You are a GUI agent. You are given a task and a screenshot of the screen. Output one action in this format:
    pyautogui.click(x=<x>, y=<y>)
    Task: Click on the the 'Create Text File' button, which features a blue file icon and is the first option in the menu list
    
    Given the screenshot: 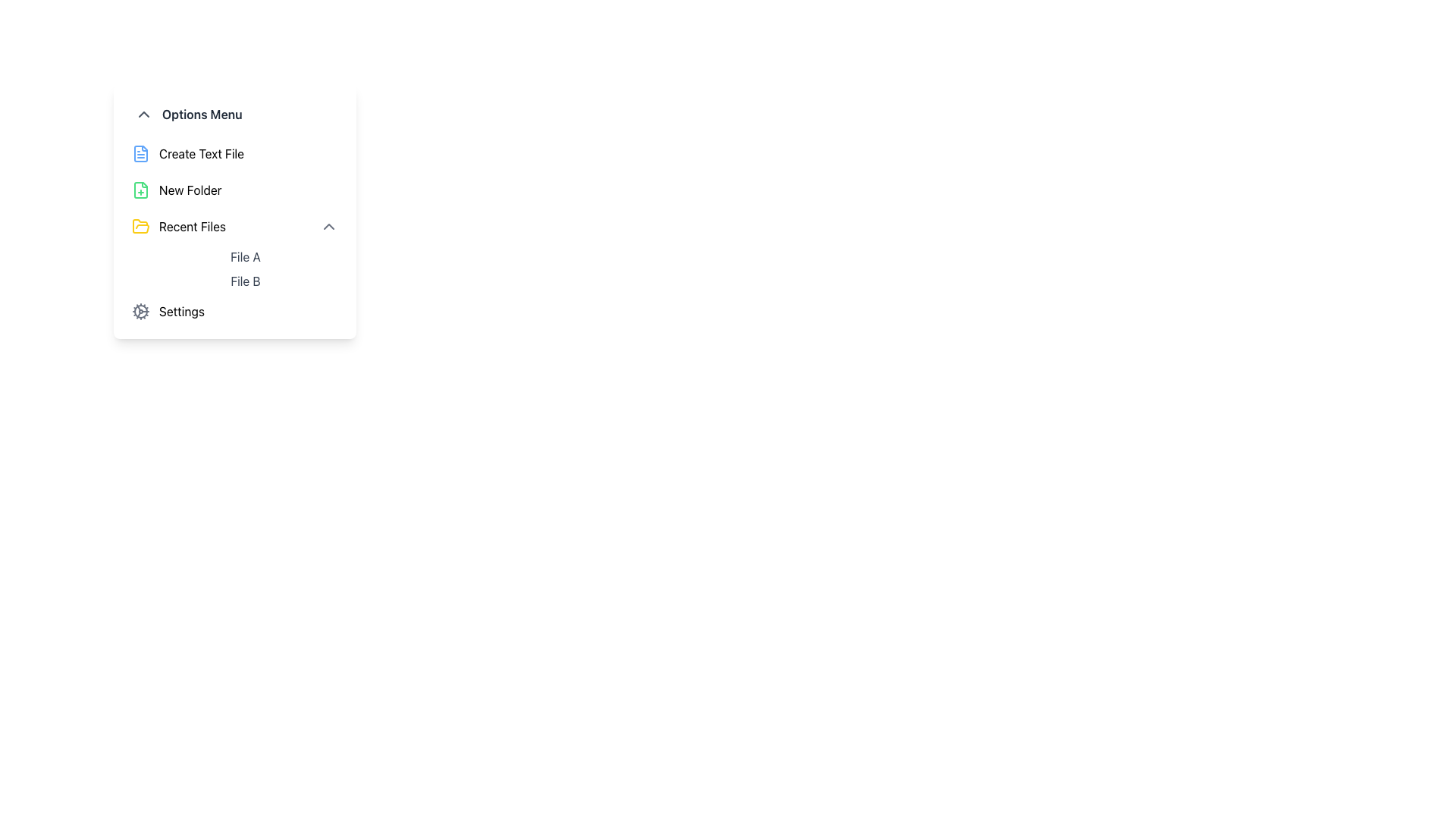 What is the action you would take?
    pyautogui.click(x=234, y=154)
    